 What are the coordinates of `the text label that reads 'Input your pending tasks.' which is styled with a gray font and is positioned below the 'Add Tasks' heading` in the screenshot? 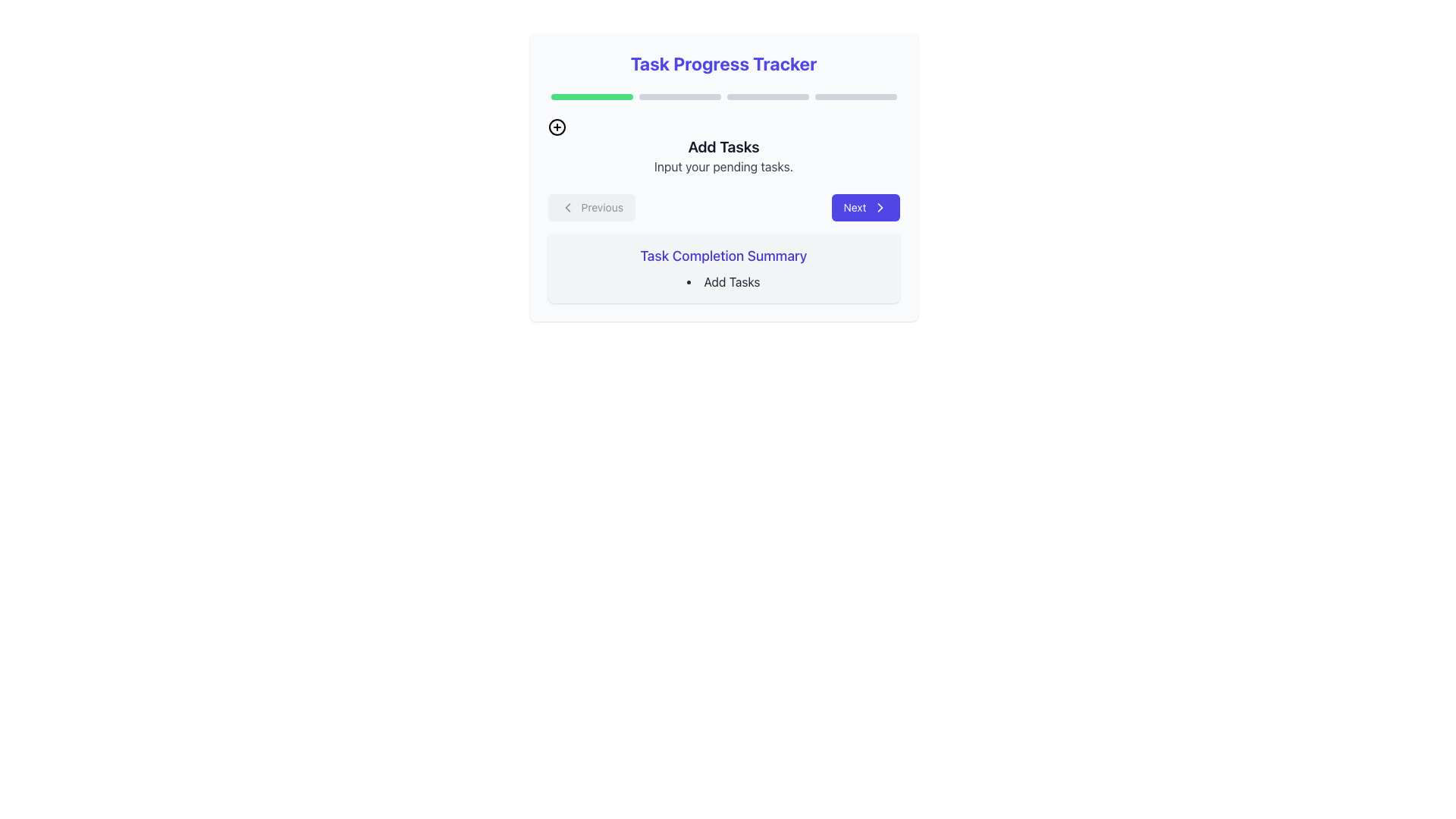 It's located at (723, 166).